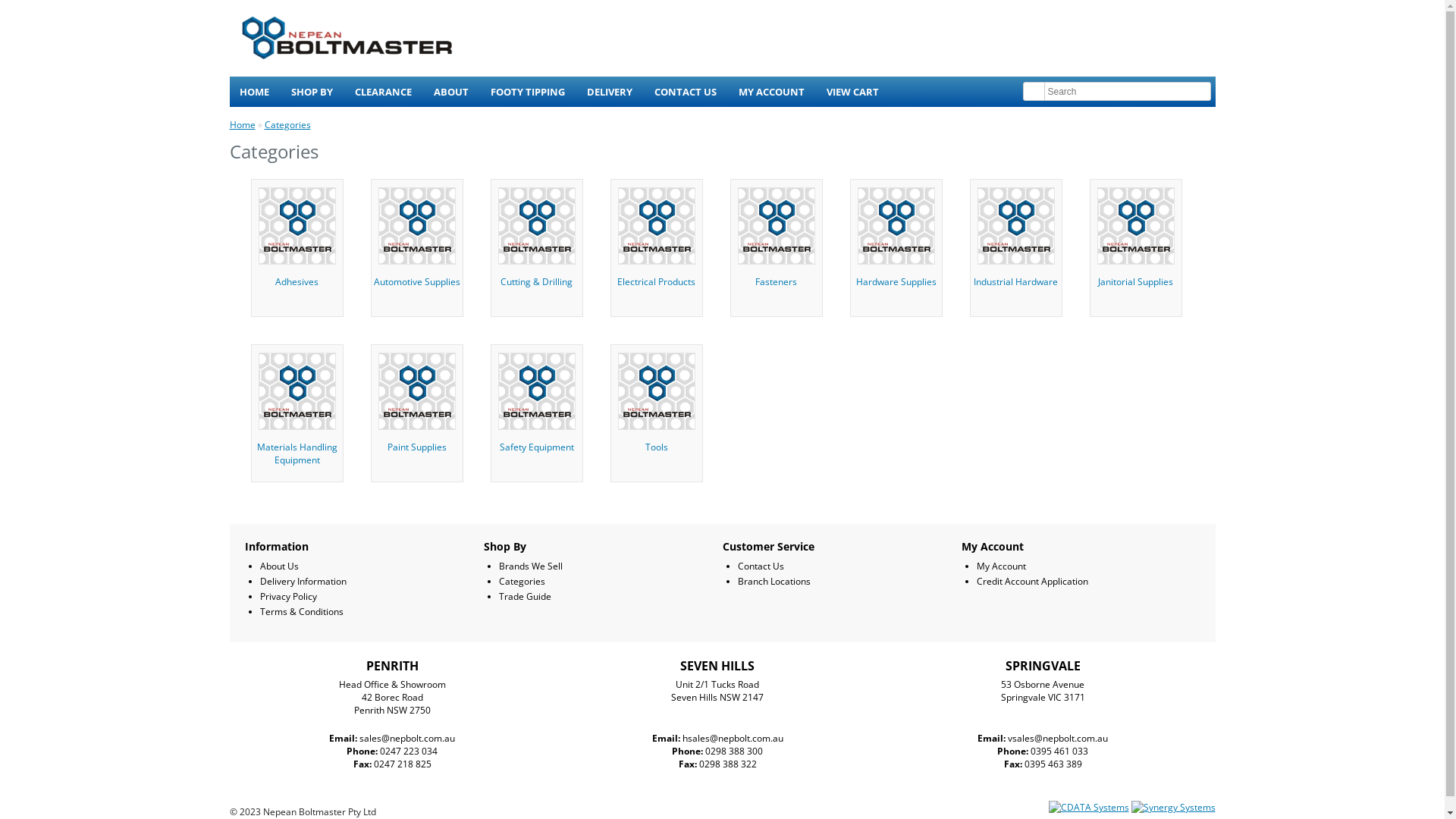 Image resolution: width=1456 pixels, height=819 pixels. Describe the element at coordinates (1172, 806) in the screenshot. I see `'Synergy Systems'` at that location.